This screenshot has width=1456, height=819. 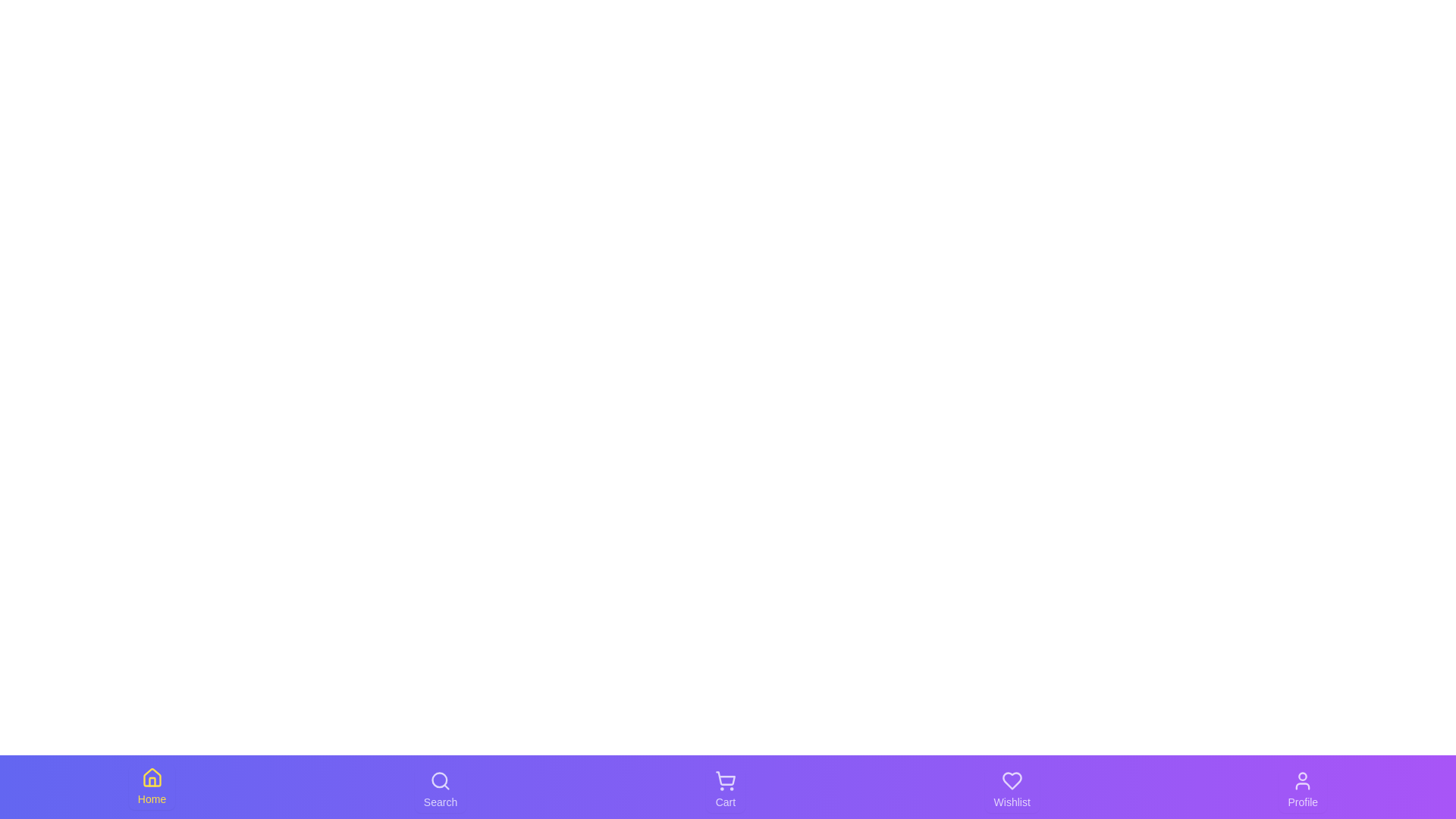 What do you see at coordinates (724, 789) in the screenshot?
I see `the Cart tab to observe its visual feedback` at bounding box center [724, 789].